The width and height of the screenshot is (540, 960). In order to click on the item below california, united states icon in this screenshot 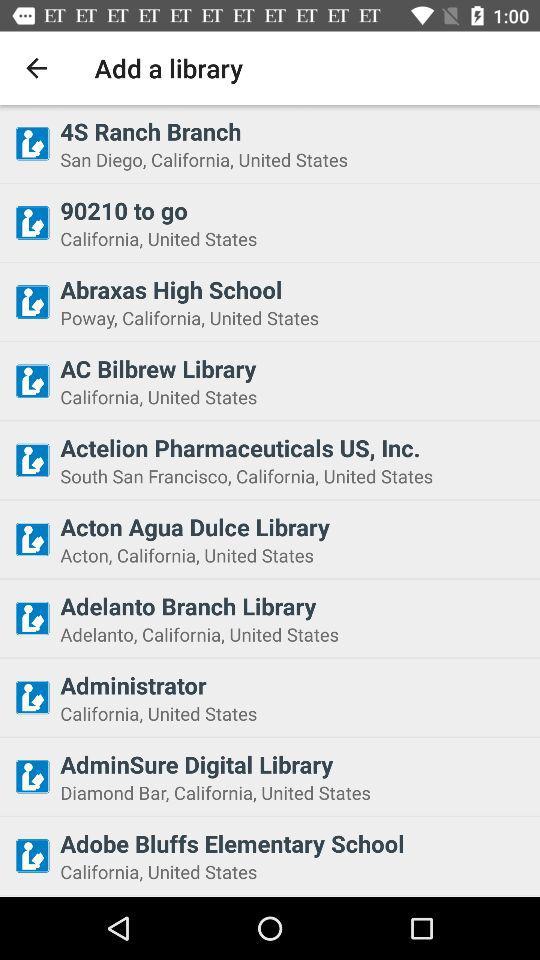, I will do `click(293, 763)`.